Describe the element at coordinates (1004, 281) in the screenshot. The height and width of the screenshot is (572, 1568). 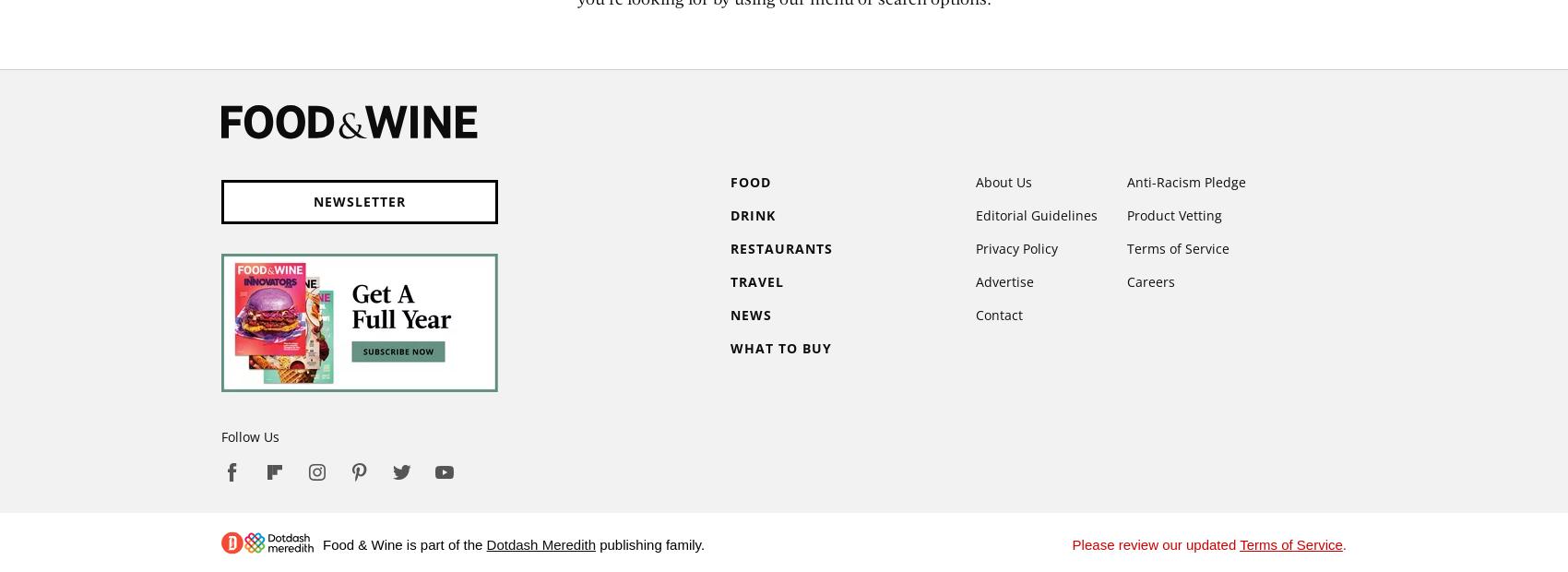
I see `'Advertise'` at that location.